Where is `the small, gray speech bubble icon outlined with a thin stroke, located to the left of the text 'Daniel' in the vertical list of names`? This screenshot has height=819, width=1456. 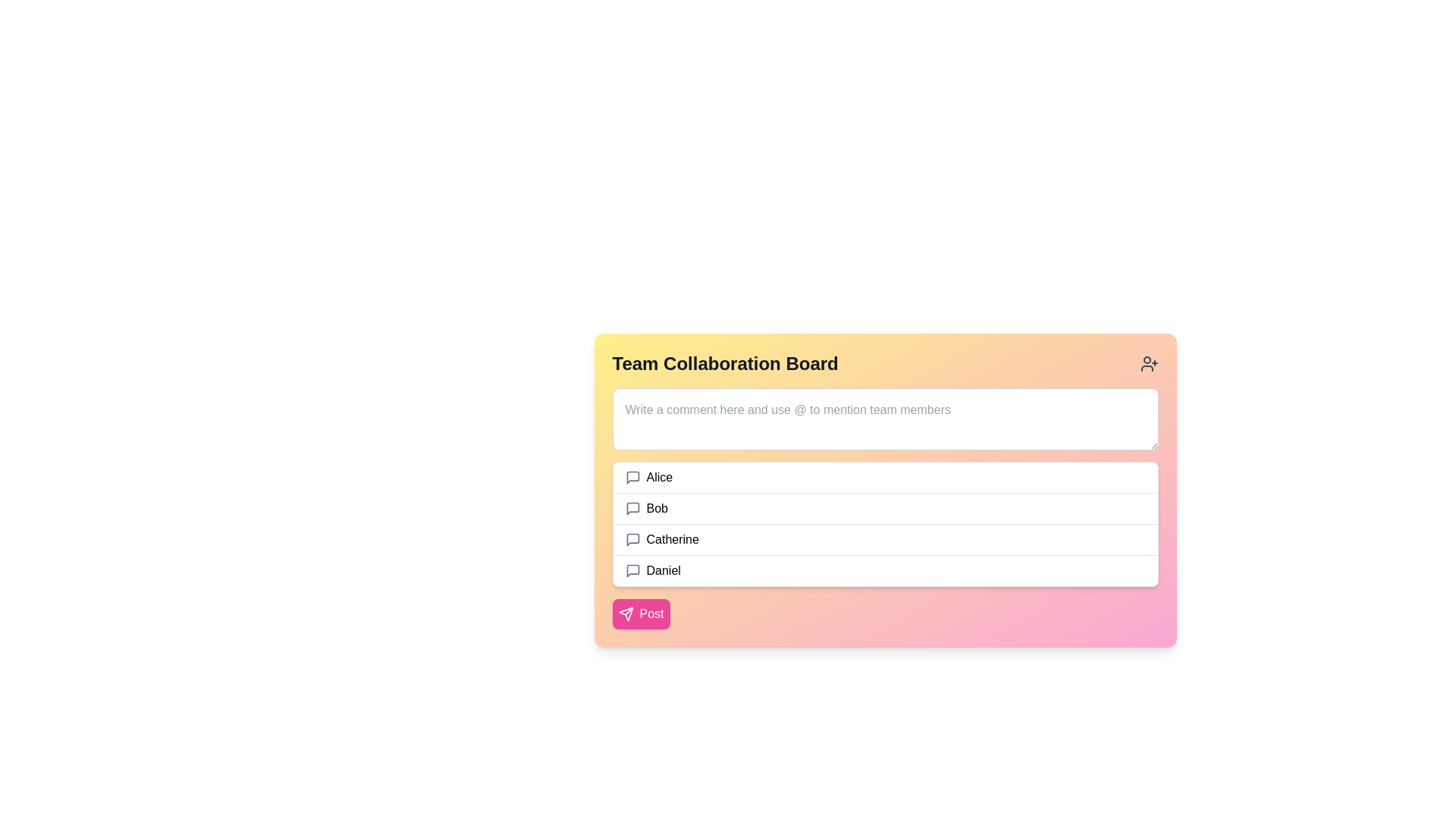 the small, gray speech bubble icon outlined with a thin stroke, located to the left of the text 'Daniel' in the vertical list of names is located at coordinates (632, 570).